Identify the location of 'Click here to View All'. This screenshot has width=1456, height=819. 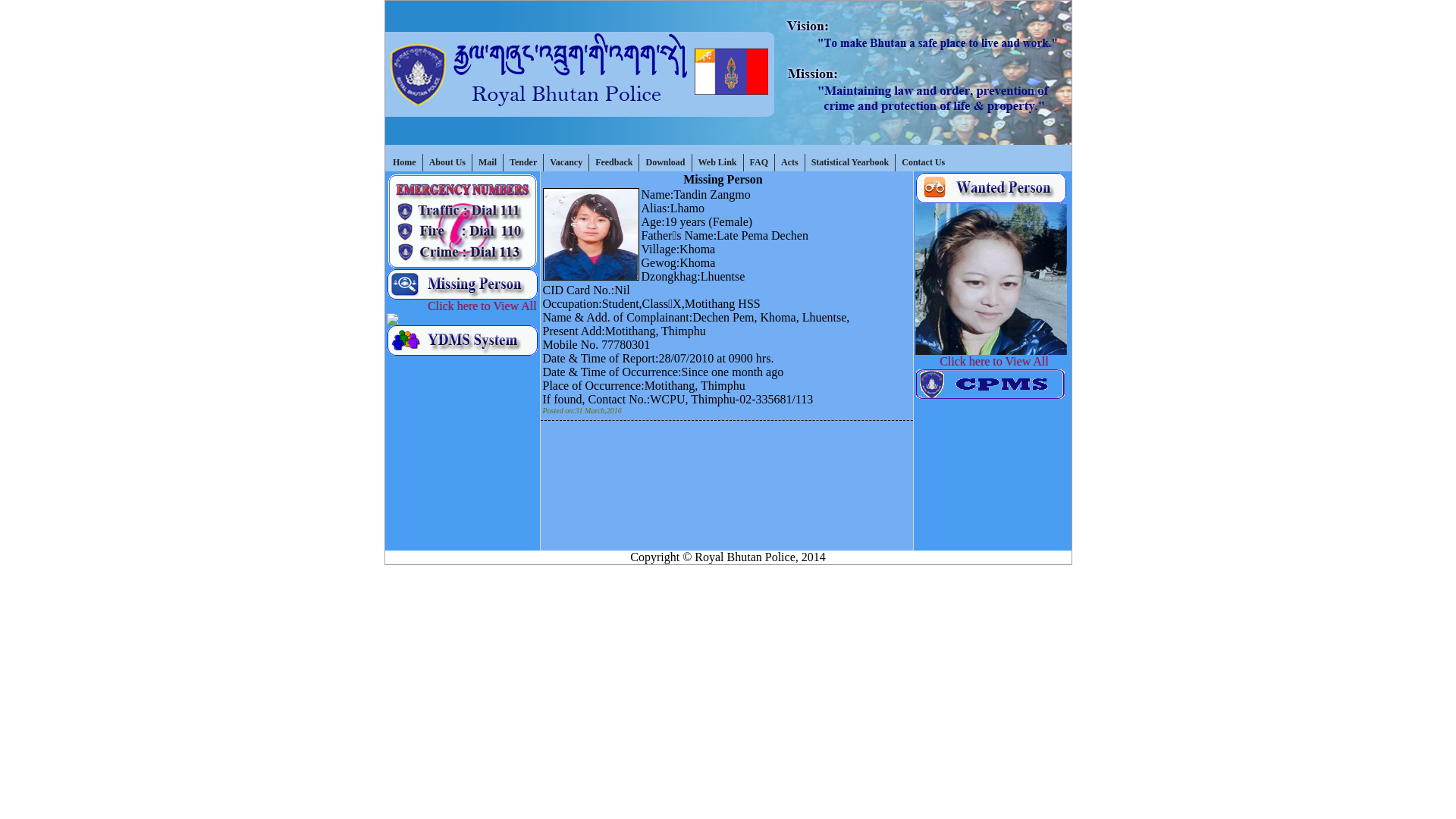
(418, 306).